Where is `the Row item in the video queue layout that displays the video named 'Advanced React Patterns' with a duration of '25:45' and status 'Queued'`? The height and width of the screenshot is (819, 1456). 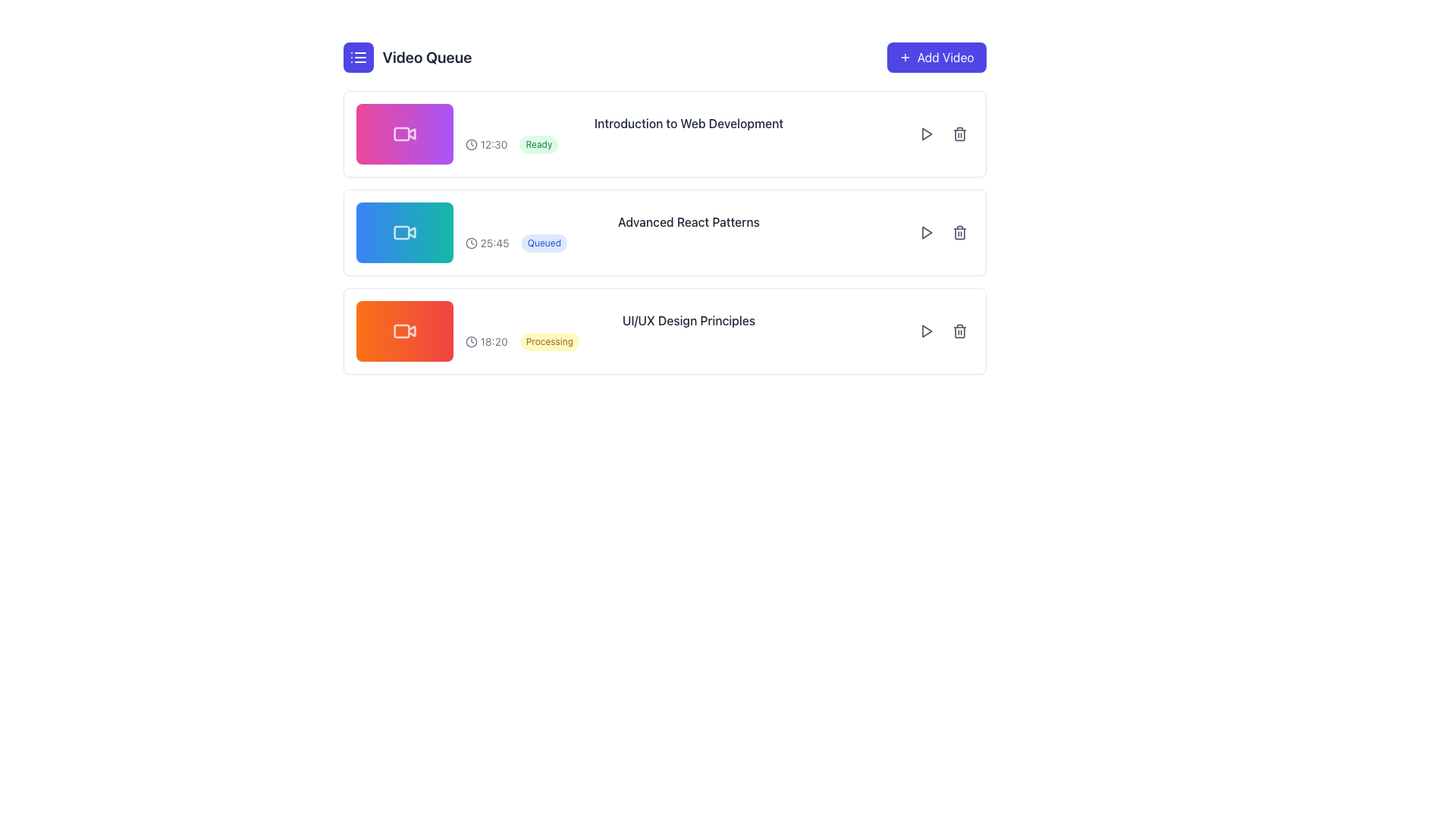 the Row item in the video queue layout that displays the video named 'Advanced React Patterns' with a duration of '25:45' and status 'Queued' is located at coordinates (688, 242).